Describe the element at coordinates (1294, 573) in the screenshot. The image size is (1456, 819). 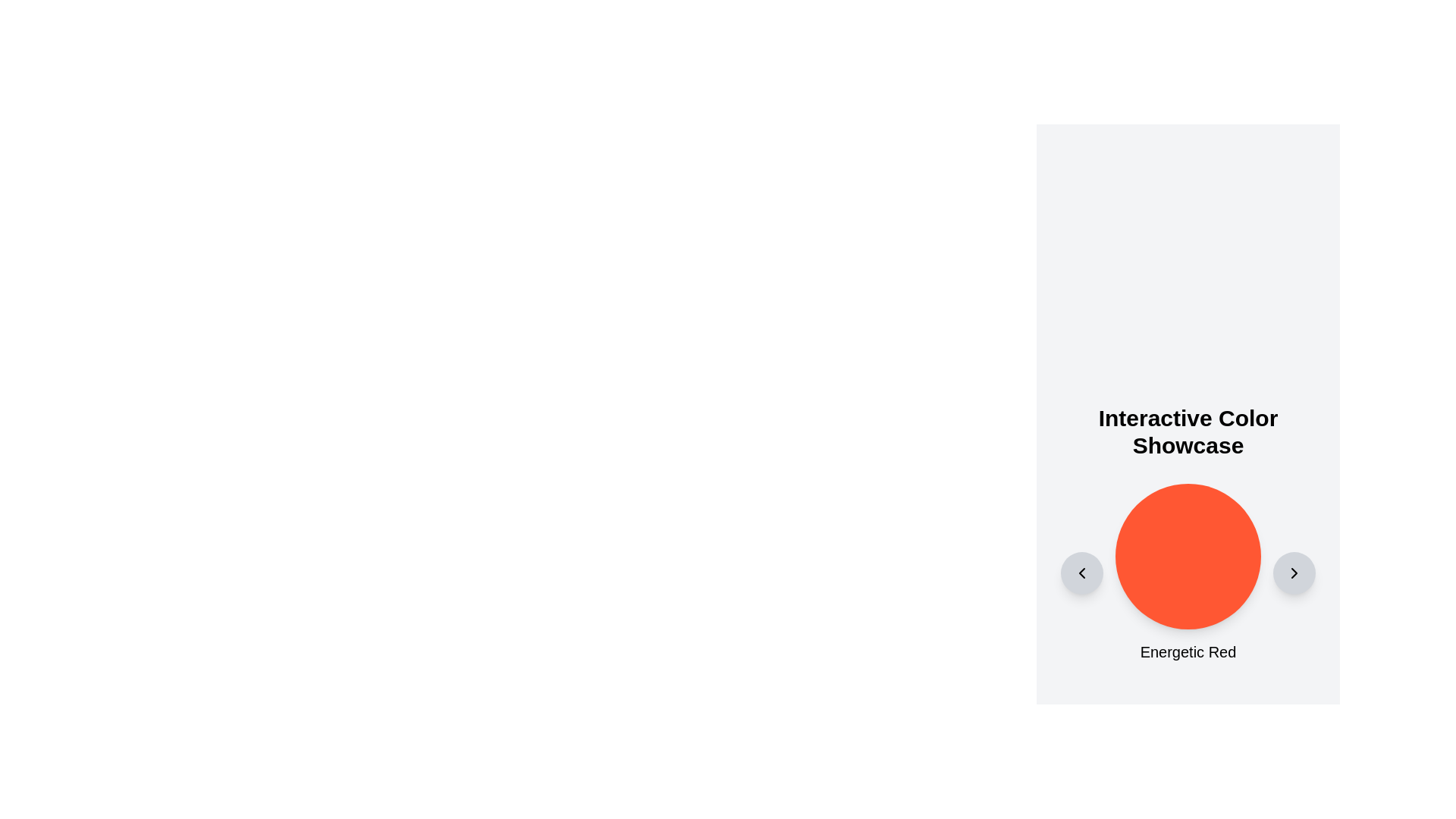
I see `the circular button with a light gray background and a right-pointing chevron icon` at that location.